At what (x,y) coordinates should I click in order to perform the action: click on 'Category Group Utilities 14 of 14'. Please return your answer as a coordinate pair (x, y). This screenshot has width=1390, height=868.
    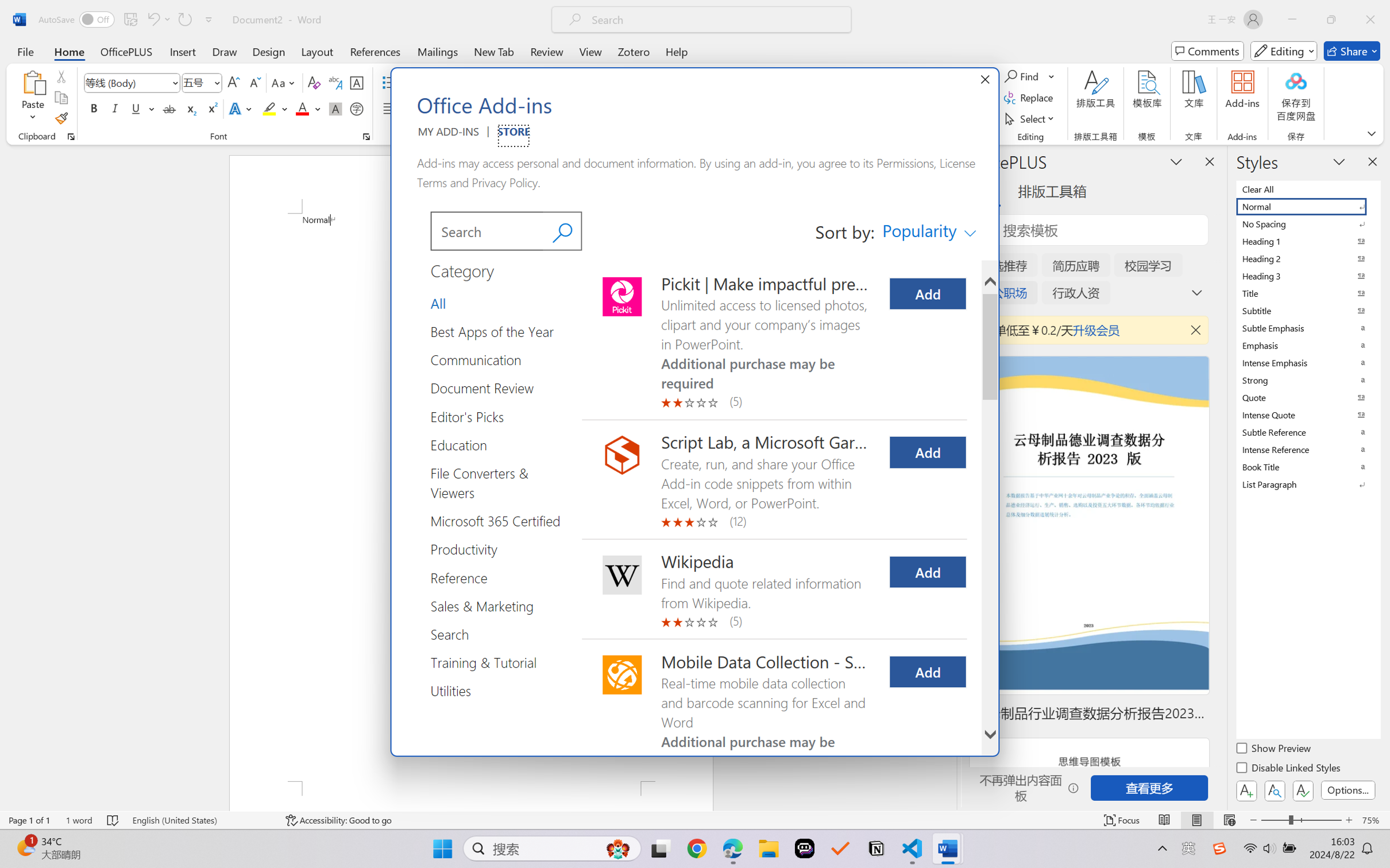
    Looking at the image, I should click on (454, 689).